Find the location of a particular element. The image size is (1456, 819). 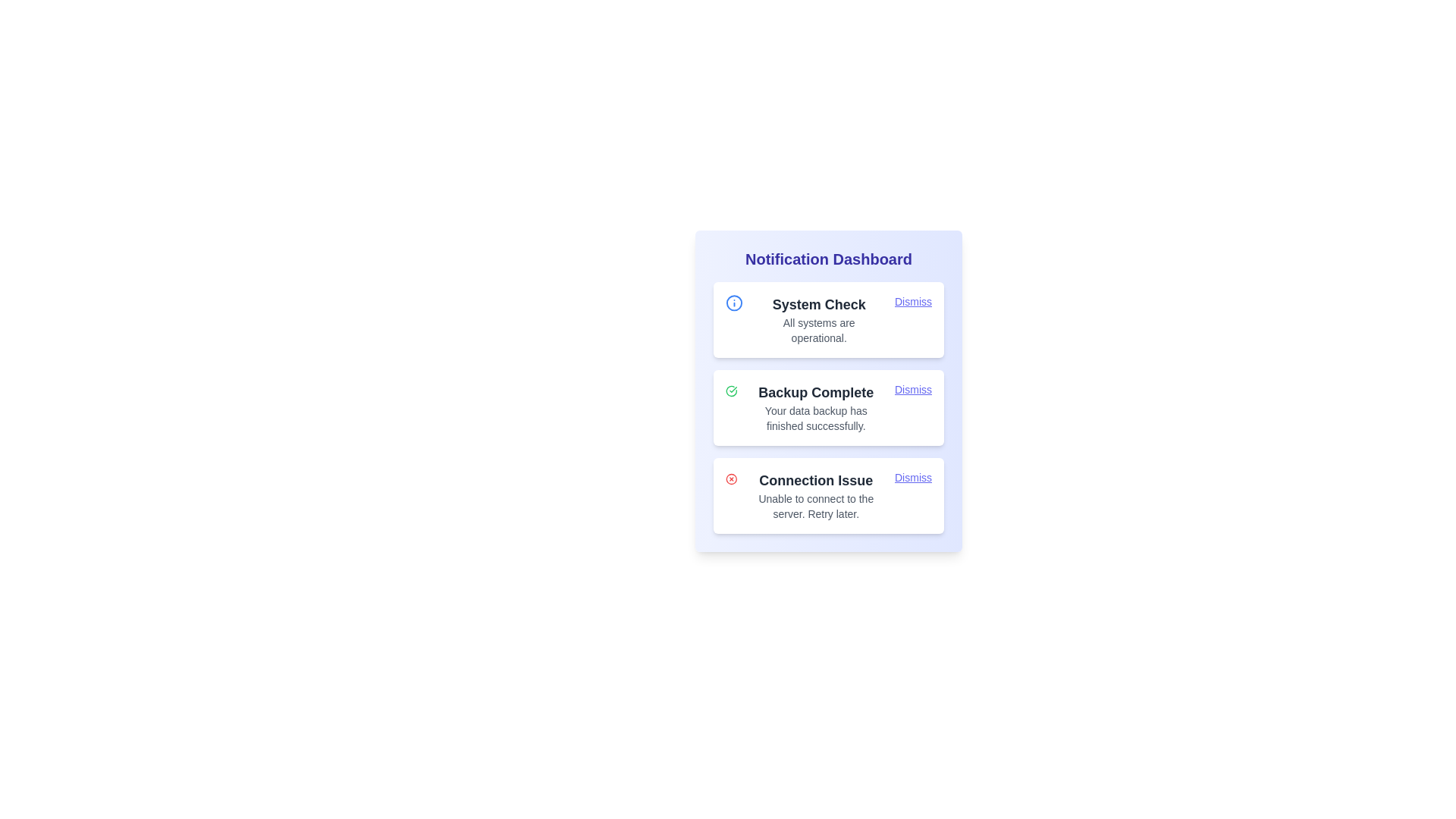

the text label displaying 'Connection Issue', which is styled in bold, large gray font and is located in the third notification card at the bottom of the notification dashboard is located at coordinates (815, 480).